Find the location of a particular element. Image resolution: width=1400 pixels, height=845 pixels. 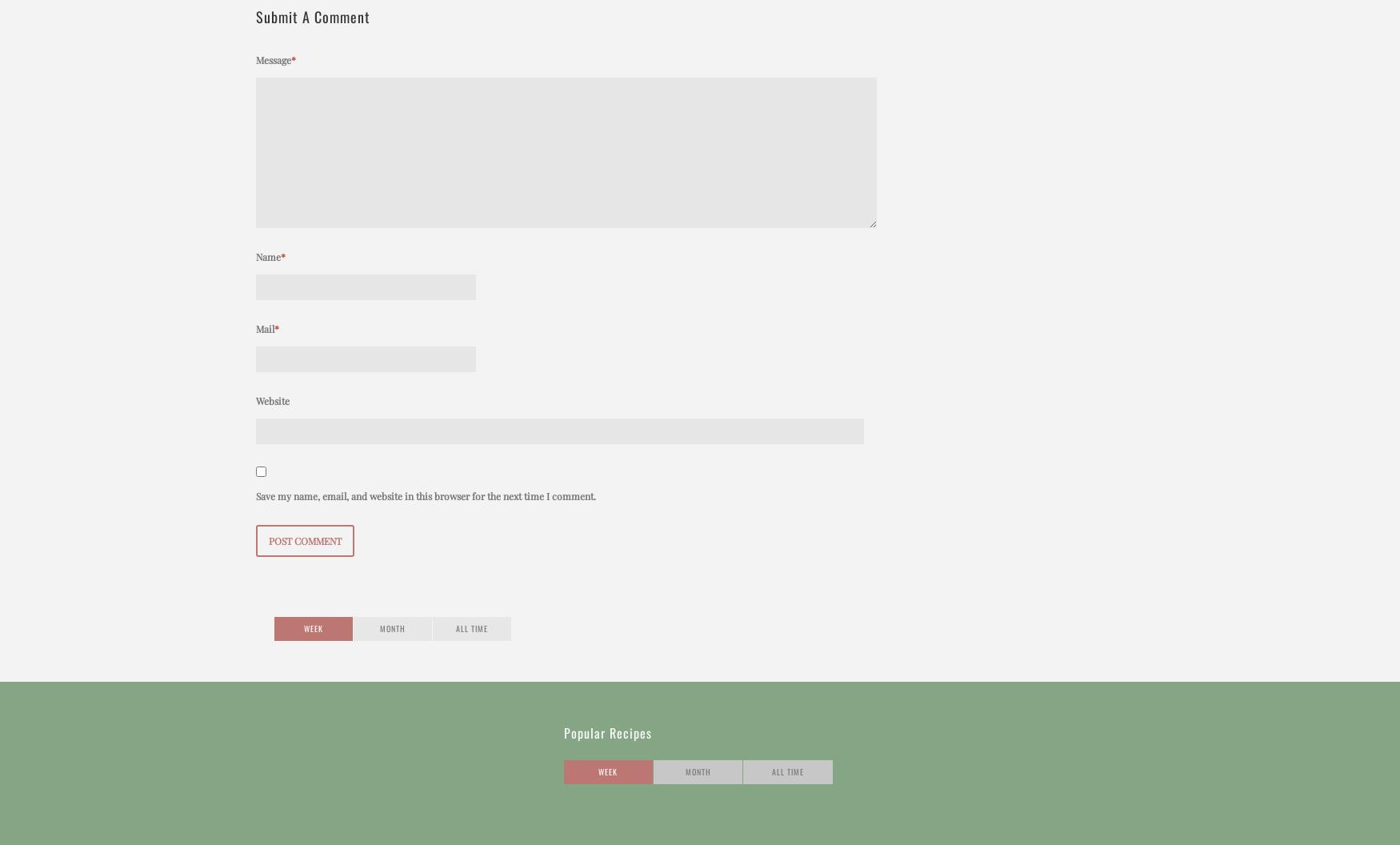

'Submit a Comment' is located at coordinates (256, 15).